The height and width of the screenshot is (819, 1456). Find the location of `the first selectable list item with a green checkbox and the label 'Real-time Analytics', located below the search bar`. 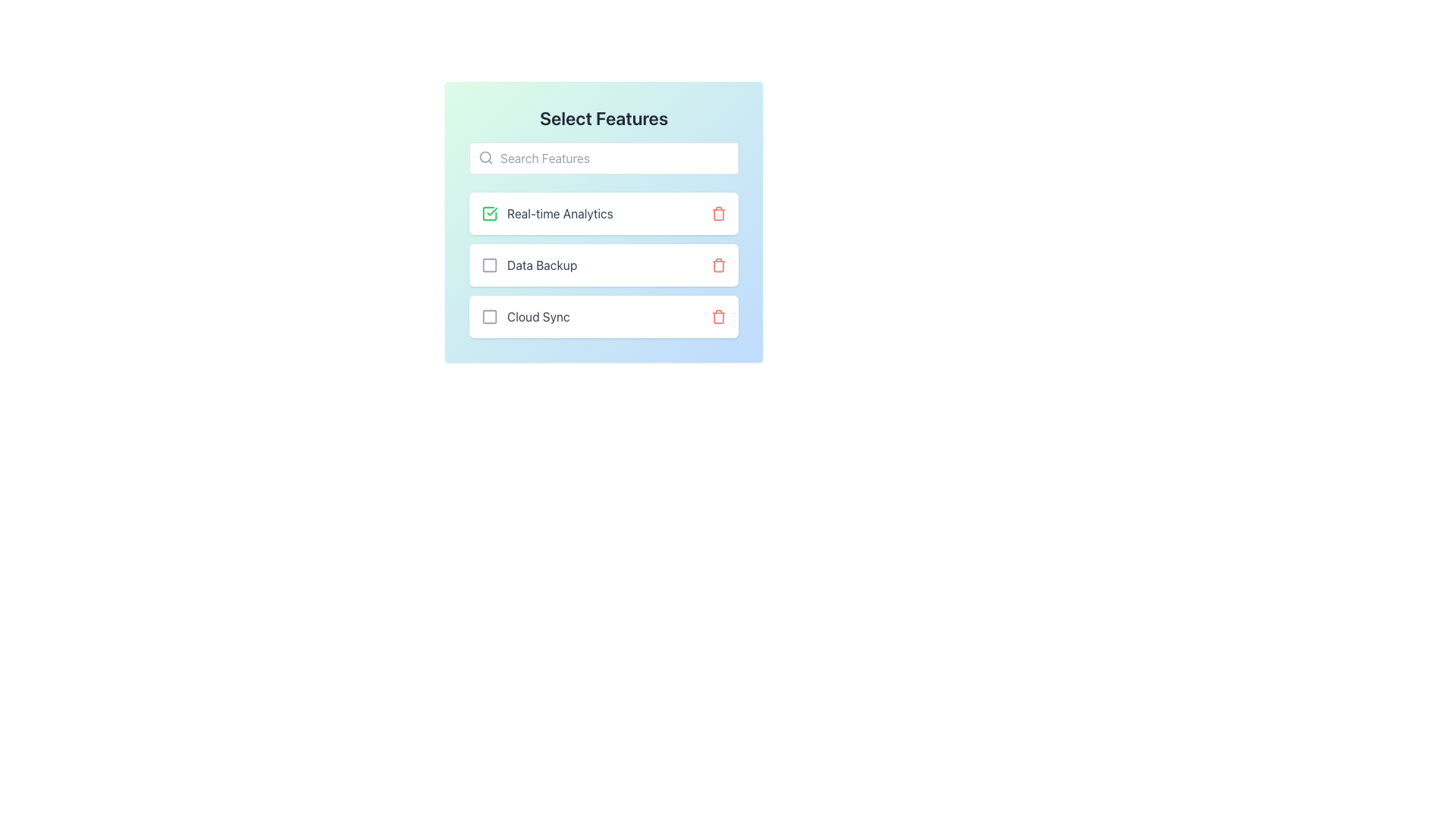

the first selectable list item with a green checkbox and the label 'Real-time Analytics', located below the search bar is located at coordinates (546, 213).